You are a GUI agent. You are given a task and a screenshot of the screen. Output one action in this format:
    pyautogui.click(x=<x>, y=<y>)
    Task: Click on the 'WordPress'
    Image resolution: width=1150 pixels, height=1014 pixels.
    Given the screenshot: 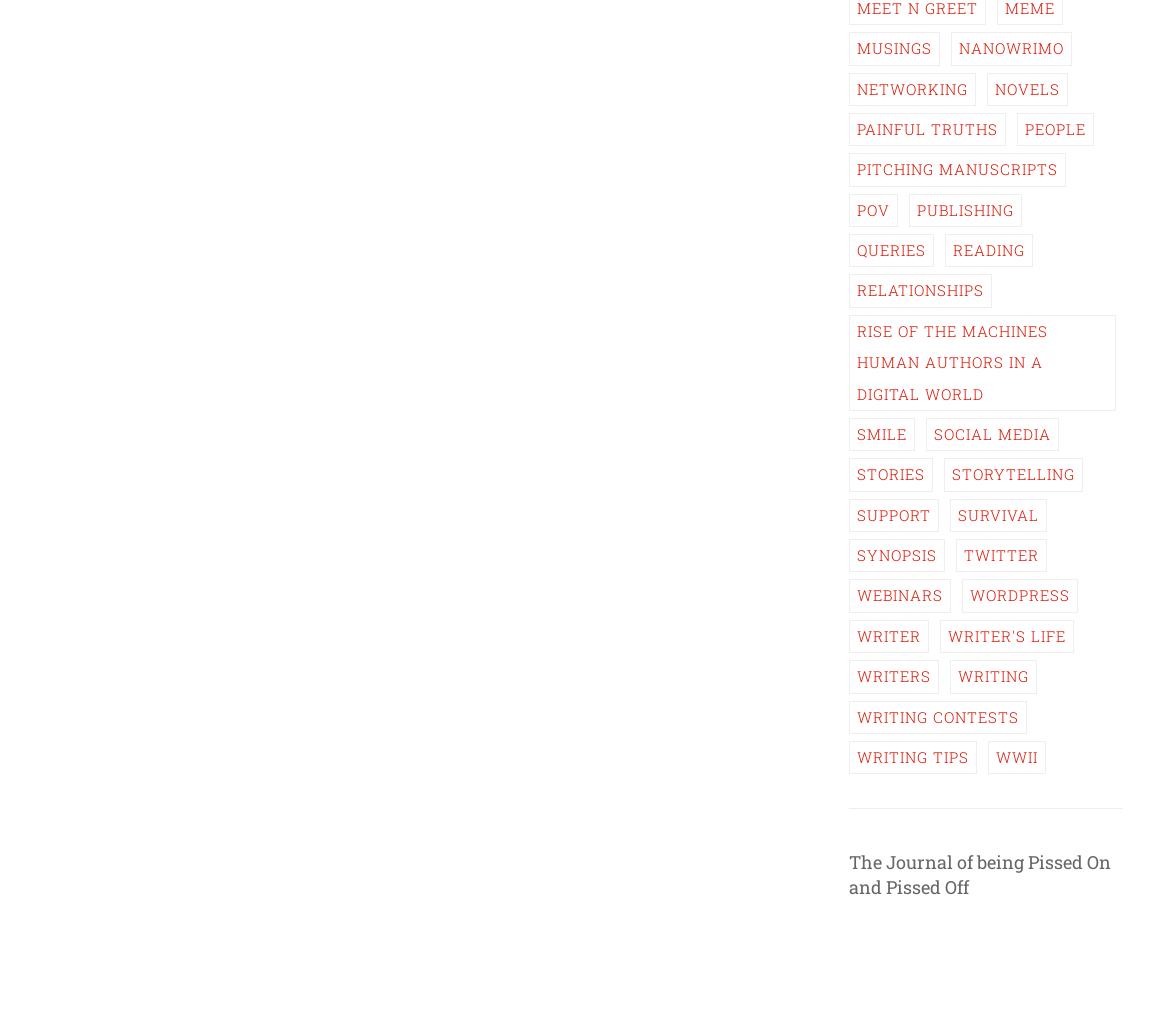 What is the action you would take?
    pyautogui.click(x=970, y=595)
    